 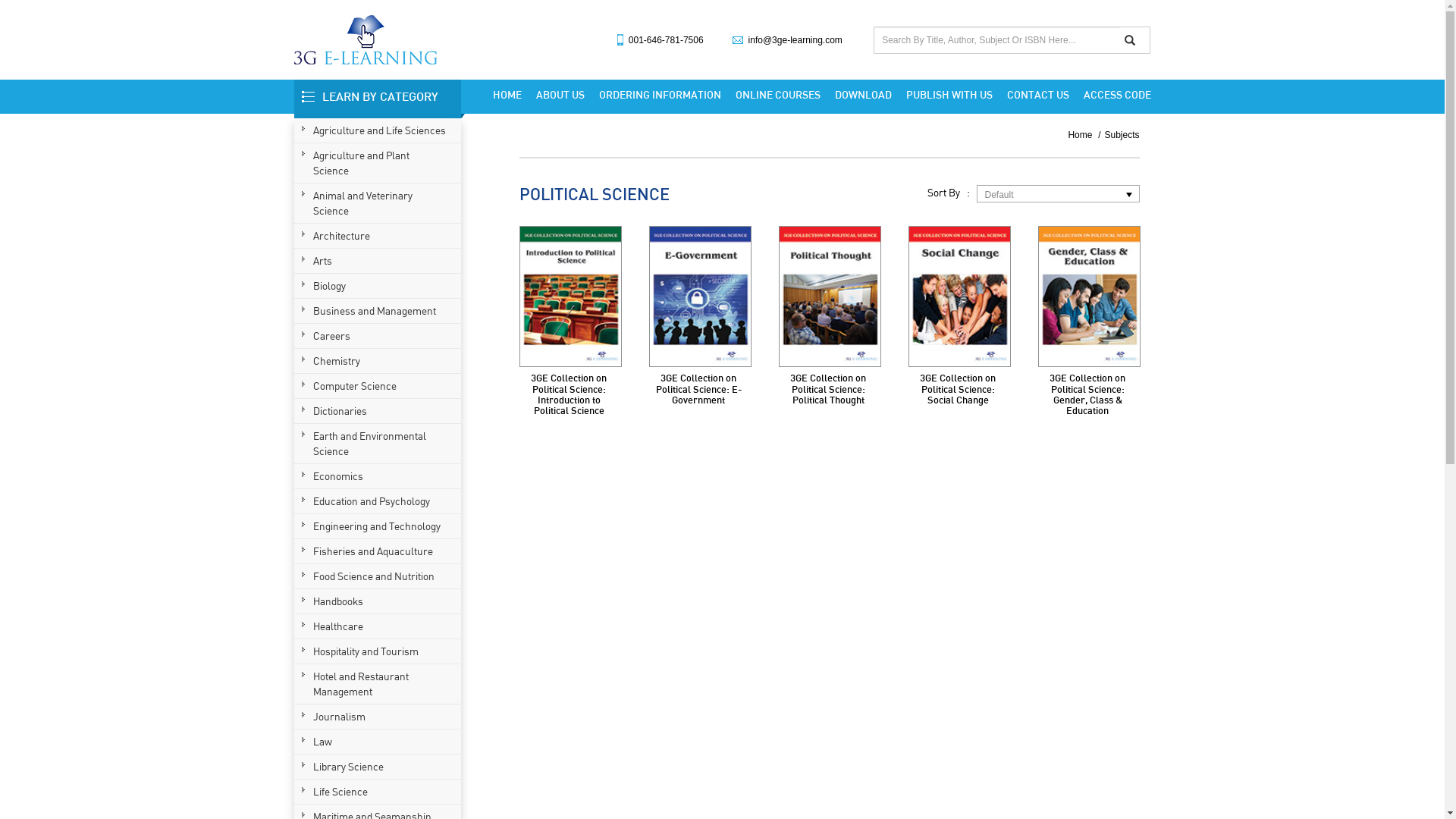 I want to click on 'Computer Science', so click(x=378, y=385).